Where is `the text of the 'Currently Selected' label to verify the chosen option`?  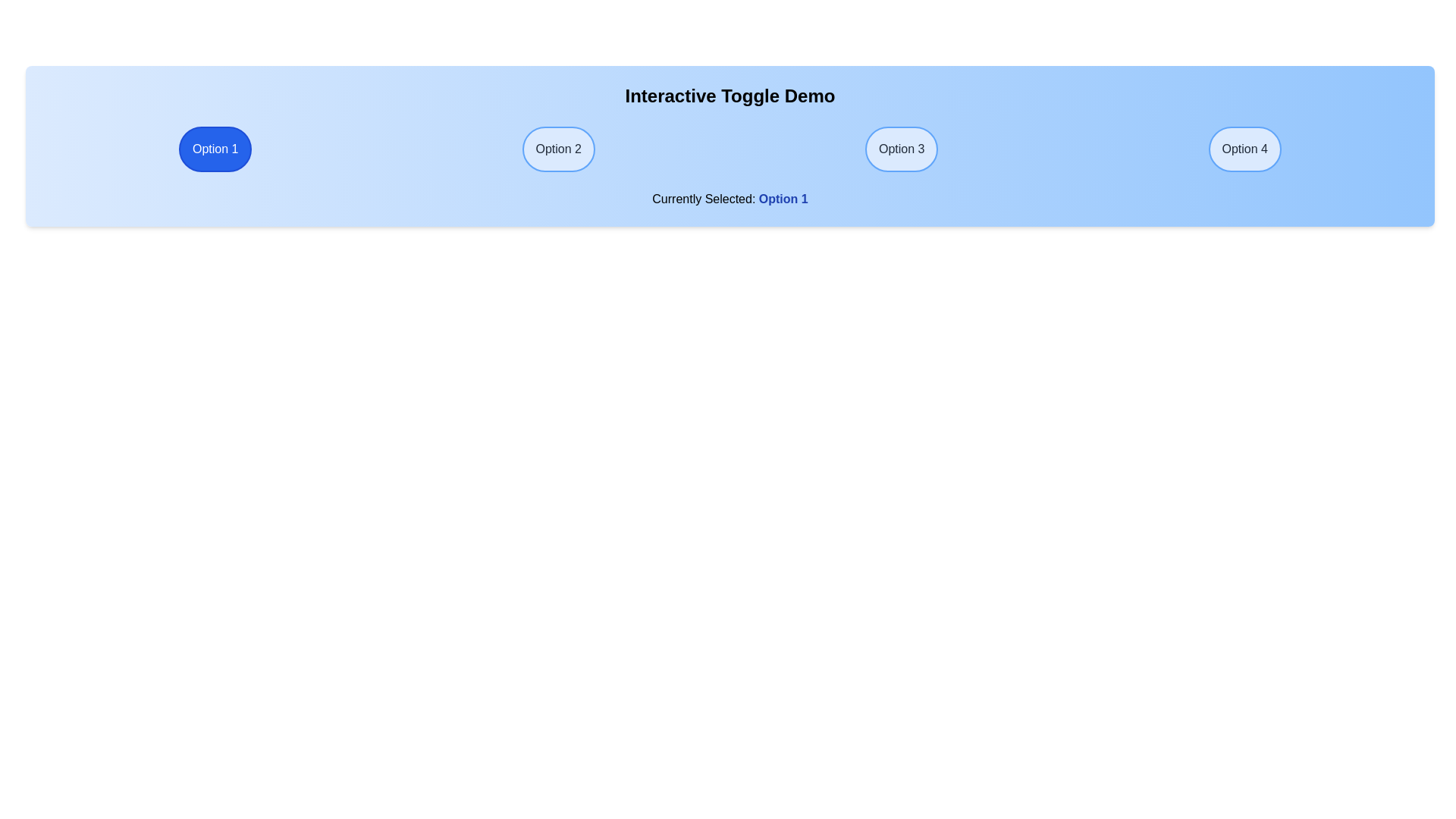 the text of the 'Currently Selected' label to verify the chosen option is located at coordinates (730, 198).